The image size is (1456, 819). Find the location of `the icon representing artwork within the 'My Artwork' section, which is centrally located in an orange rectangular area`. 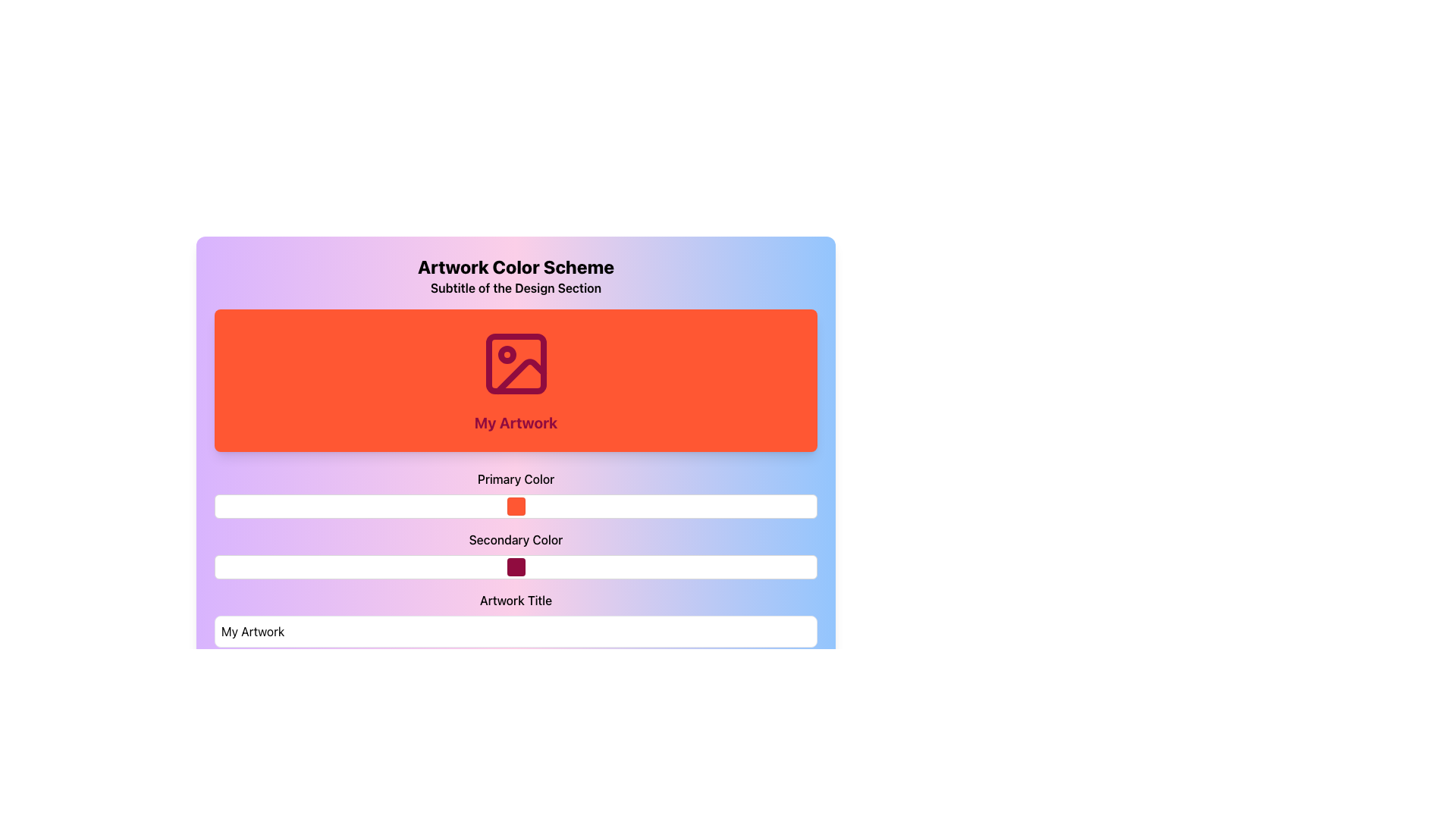

the icon representing artwork within the 'My Artwork' section, which is centrally located in an orange rectangular area is located at coordinates (516, 363).